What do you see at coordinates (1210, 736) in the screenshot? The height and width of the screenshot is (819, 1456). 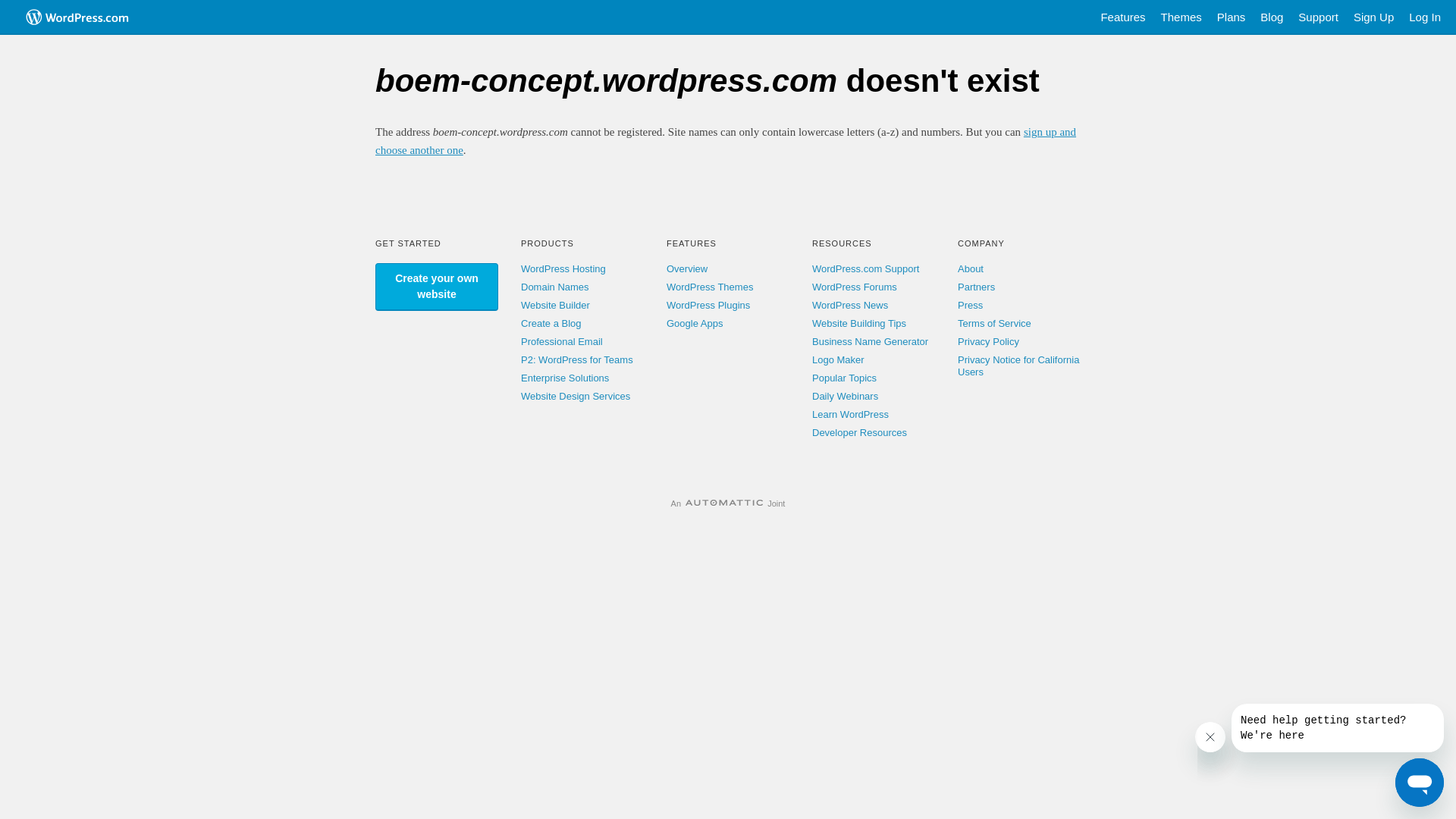 I see `'Close message'` at bounding box center [1210, 736].